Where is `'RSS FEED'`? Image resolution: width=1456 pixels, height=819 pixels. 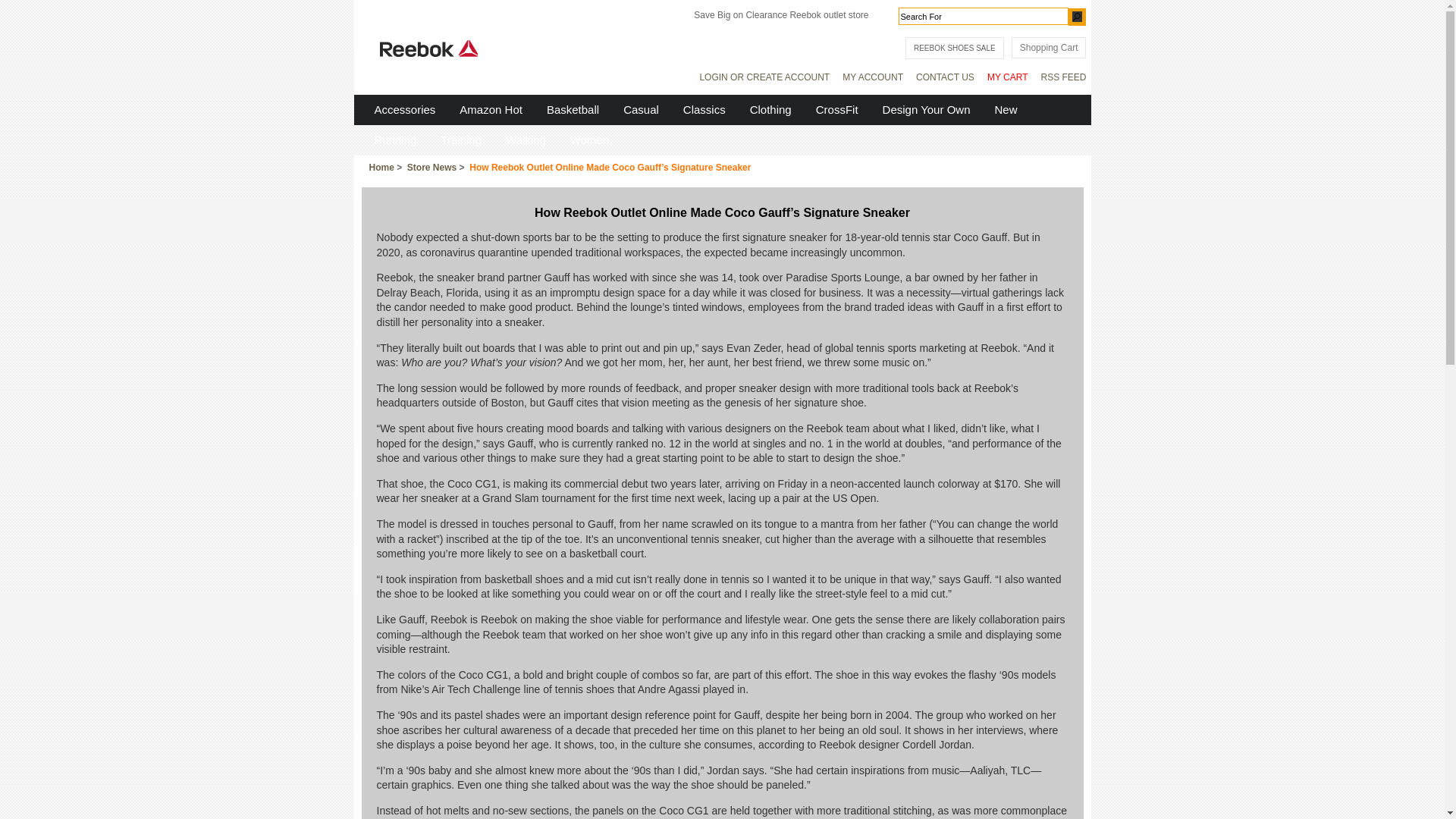
'RSS FEED' is located at coordinates (1062, 76).